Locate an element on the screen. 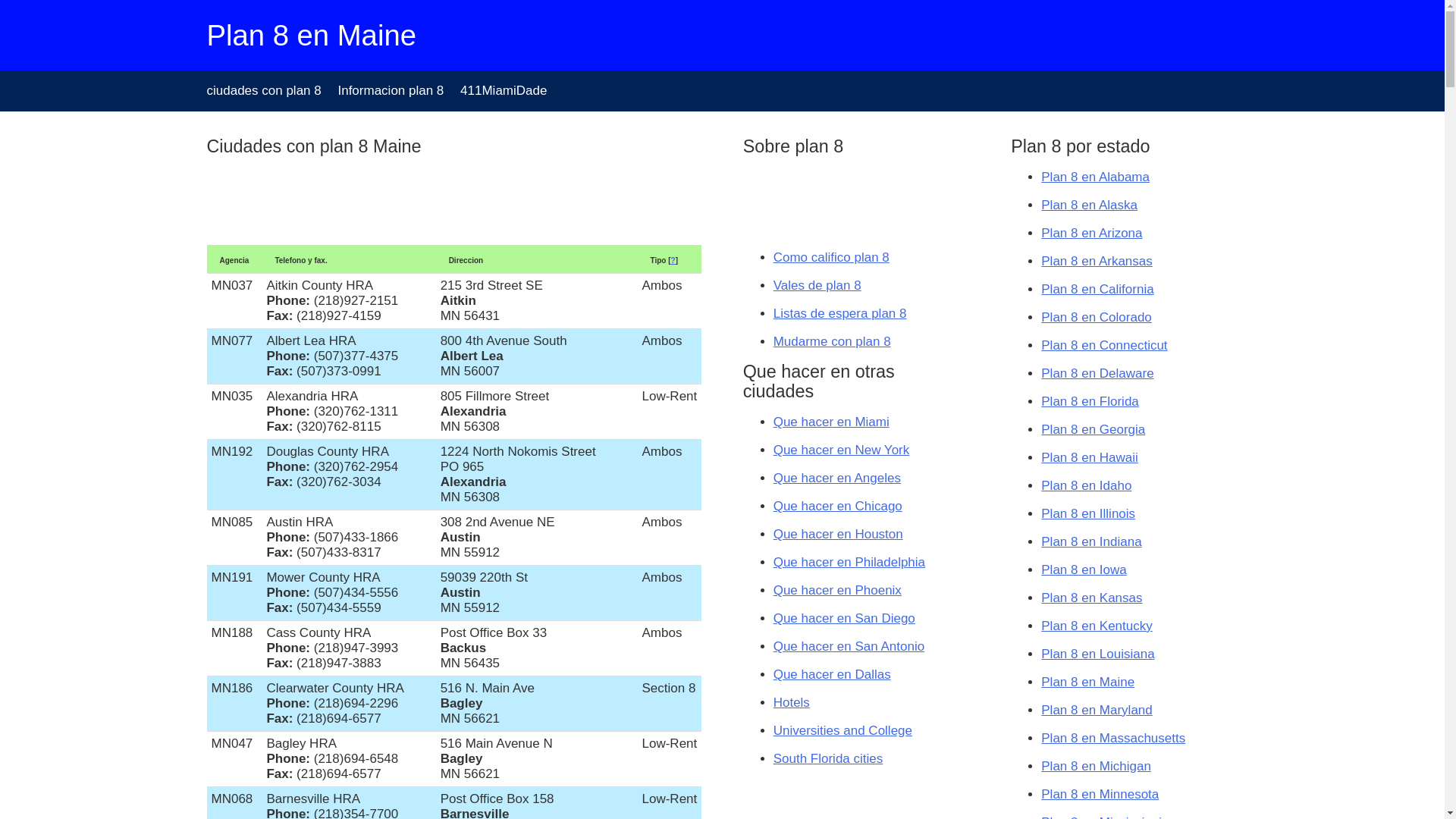 The width and height of the screenshot is (1456, 819). 'Plan 8 en Michigan' is located at coordinates (1096, 766).